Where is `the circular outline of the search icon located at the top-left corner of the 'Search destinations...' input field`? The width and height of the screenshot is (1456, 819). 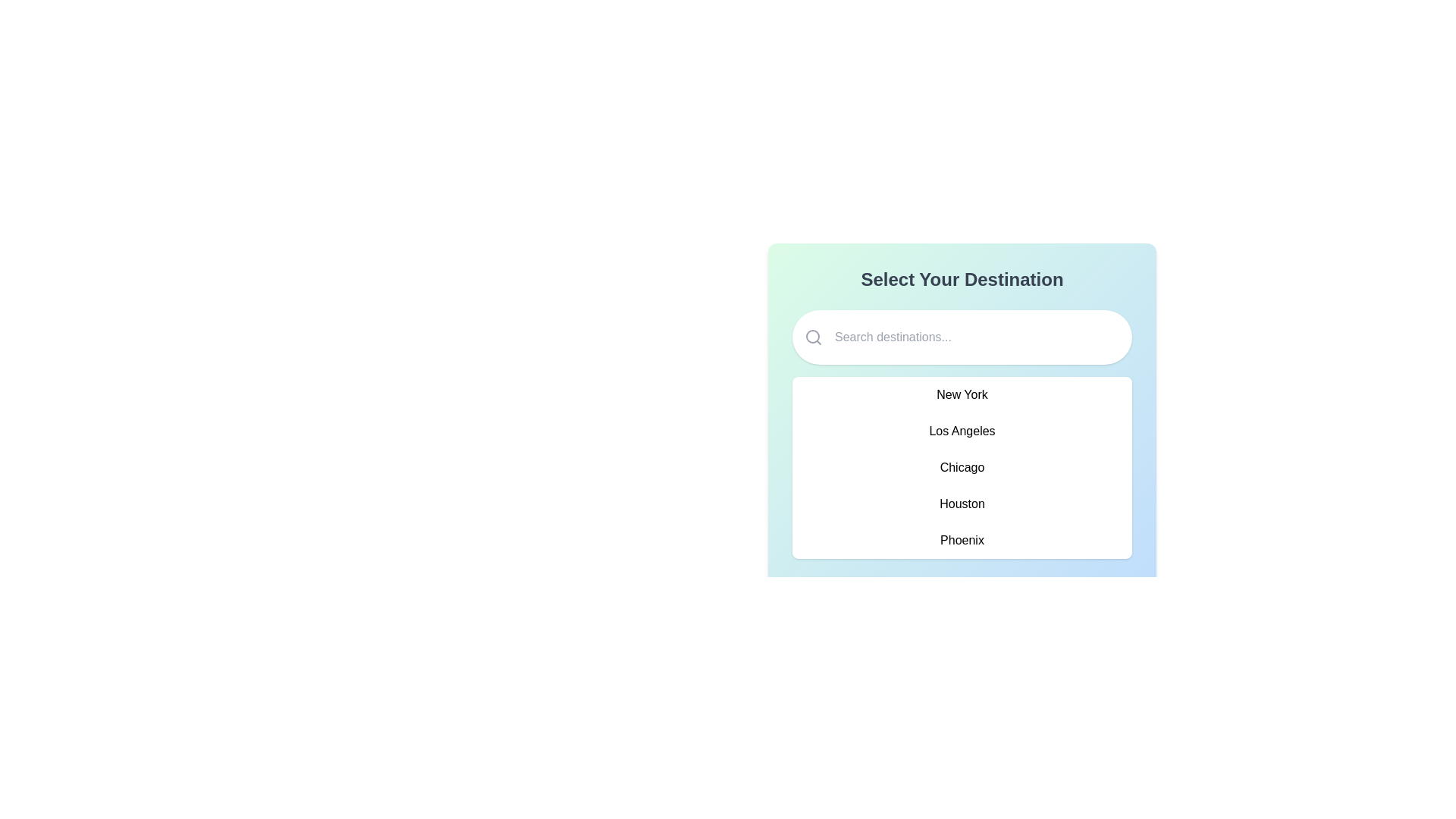 the circular outline of the search icon located at the top-left corner of the 'Search destinations...' input field is located at coordinates (811, 335).